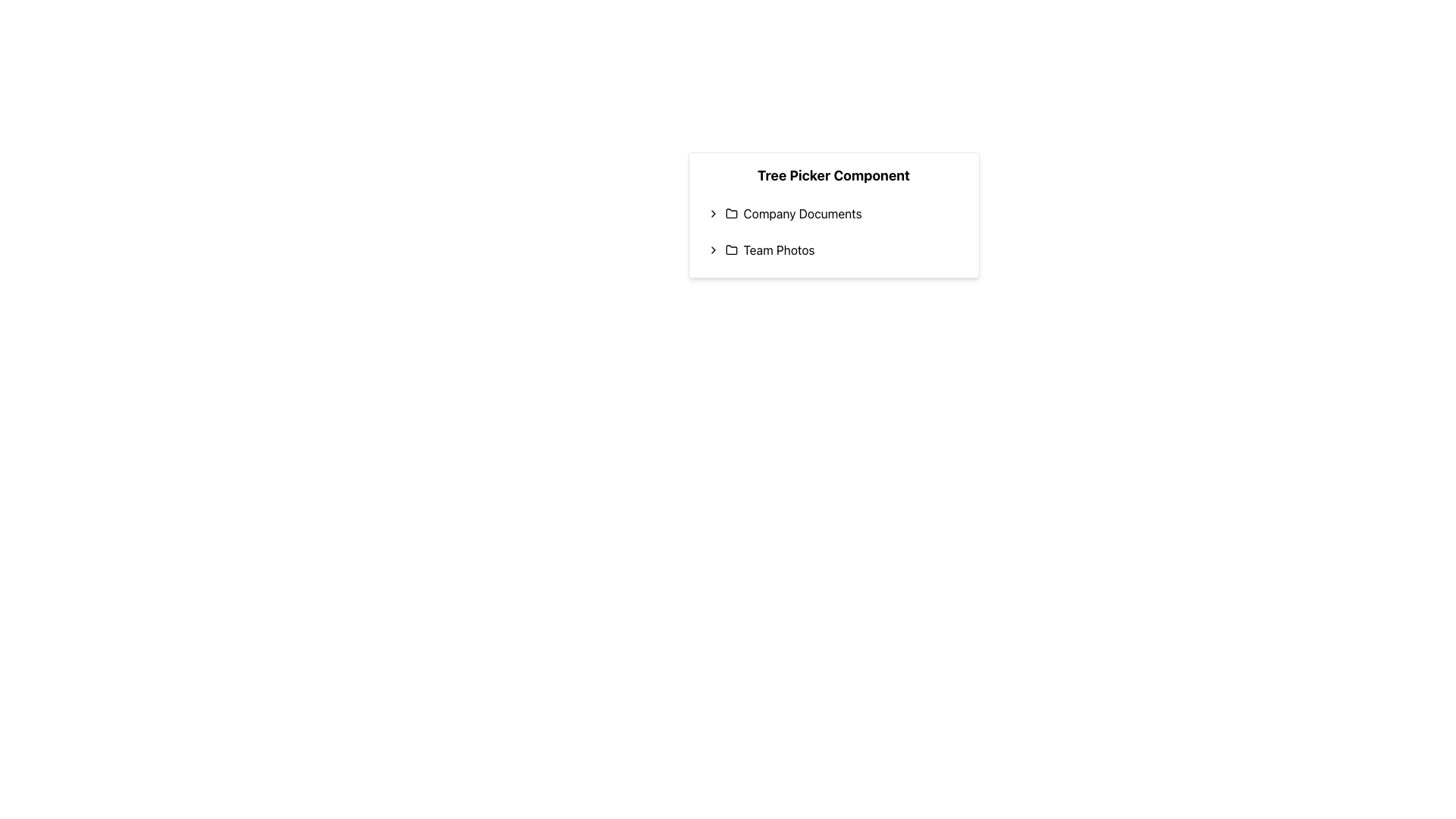 Image resolution: width=1456 pixels, height=819 pixels. I want to click on the second folder icon in the tree picker component, so click(731, 249).